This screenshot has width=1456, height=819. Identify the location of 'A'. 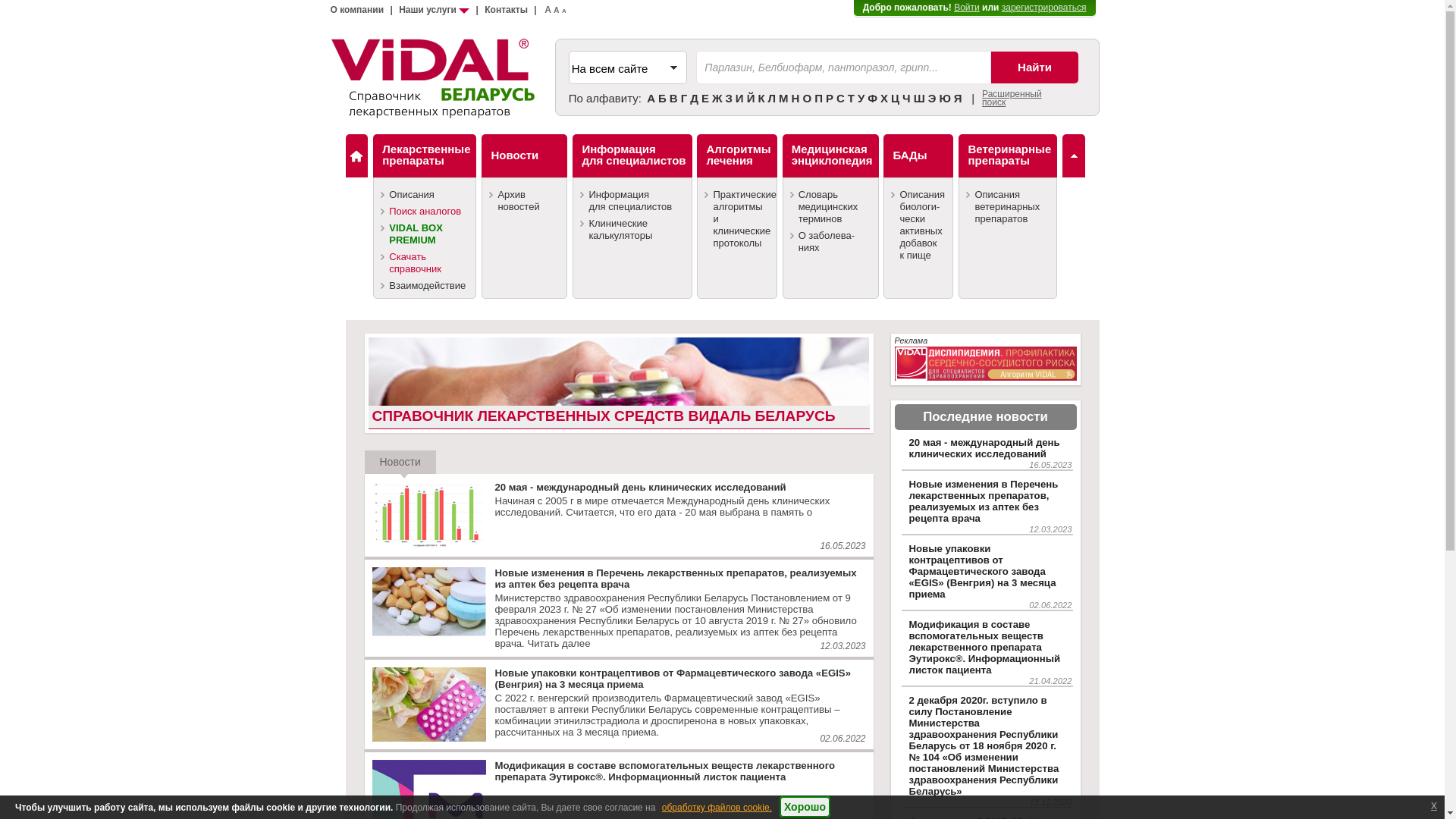
(552, 10).